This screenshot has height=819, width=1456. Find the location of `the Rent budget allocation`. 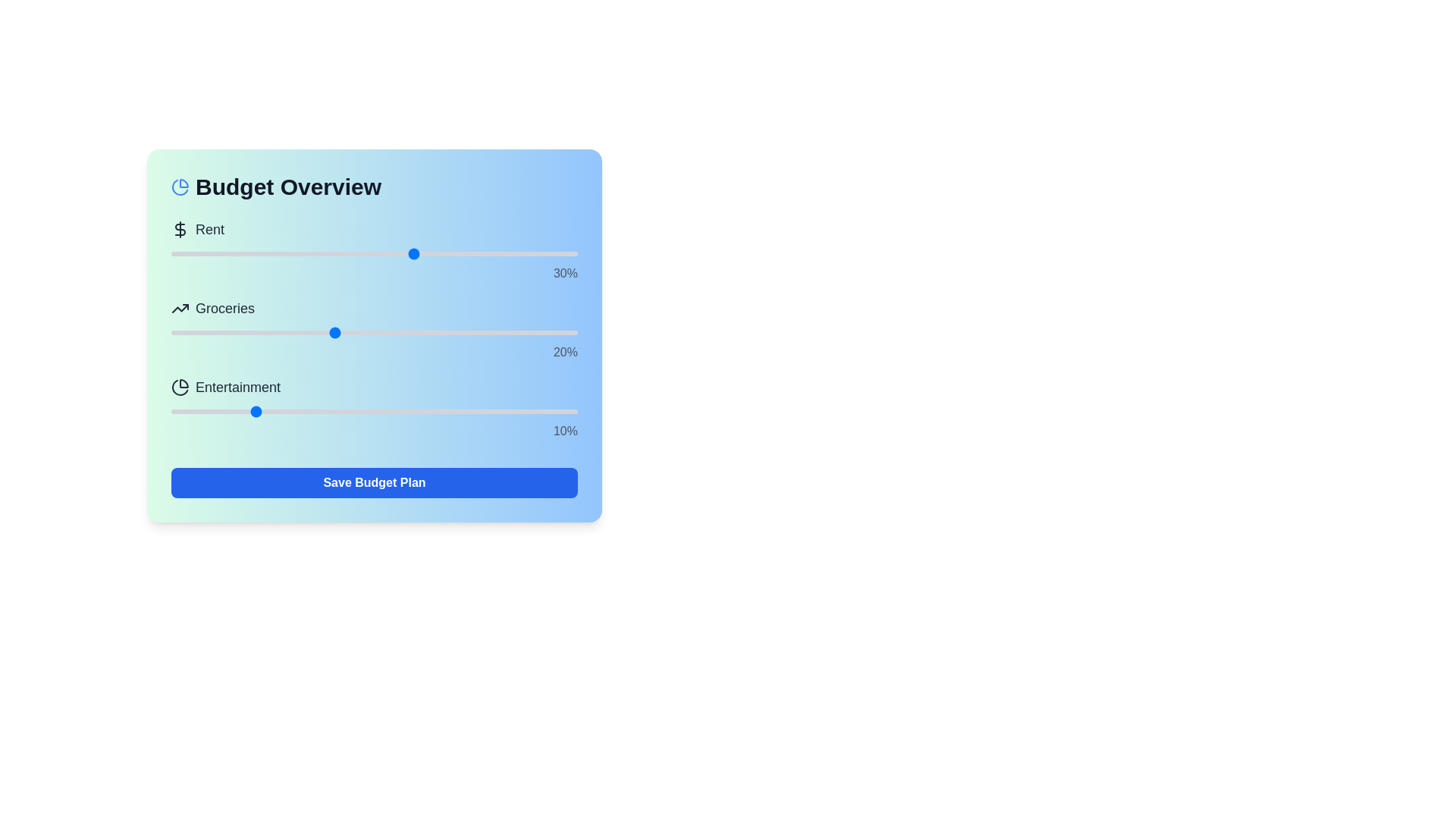

the Rent budget allocation is located at coordinates (415, 253).